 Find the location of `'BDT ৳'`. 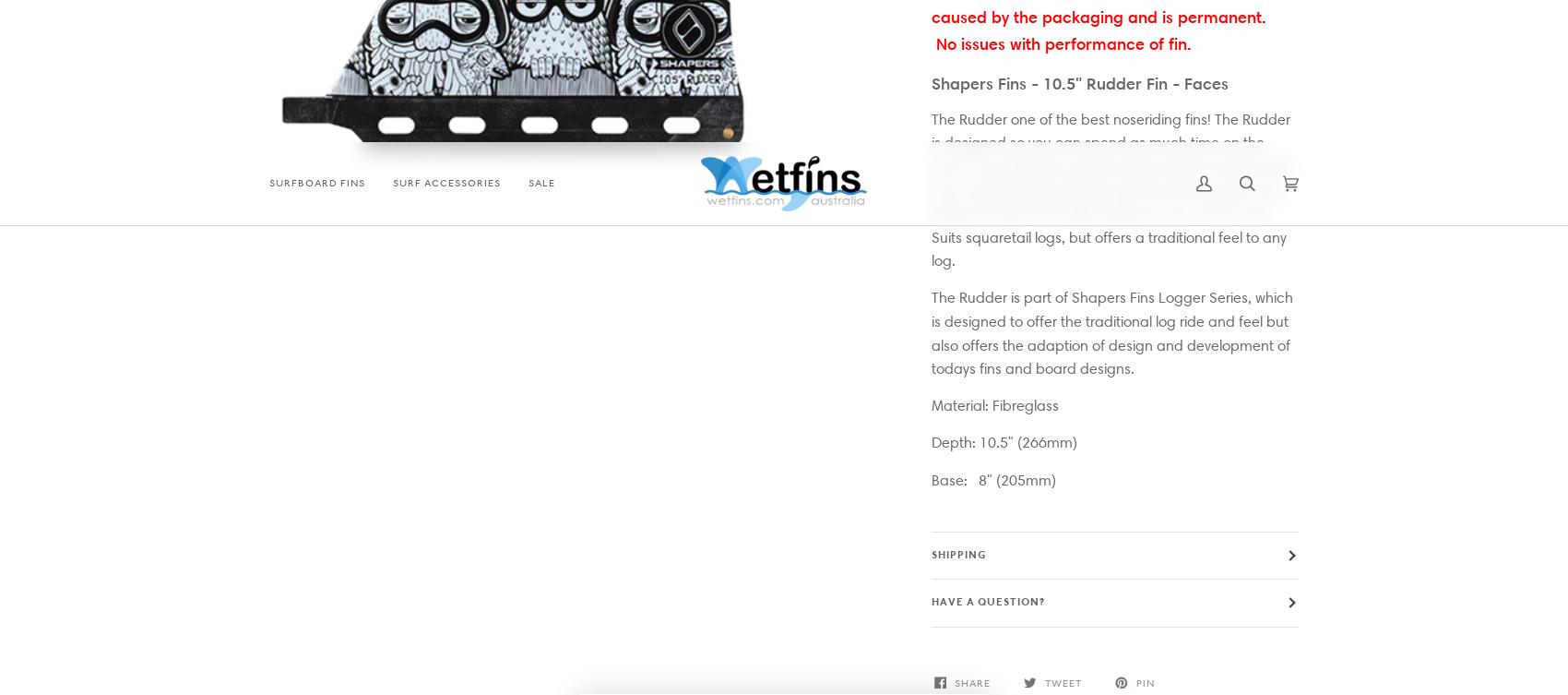

'BDT ৳' is located at coordinates (758, 507).